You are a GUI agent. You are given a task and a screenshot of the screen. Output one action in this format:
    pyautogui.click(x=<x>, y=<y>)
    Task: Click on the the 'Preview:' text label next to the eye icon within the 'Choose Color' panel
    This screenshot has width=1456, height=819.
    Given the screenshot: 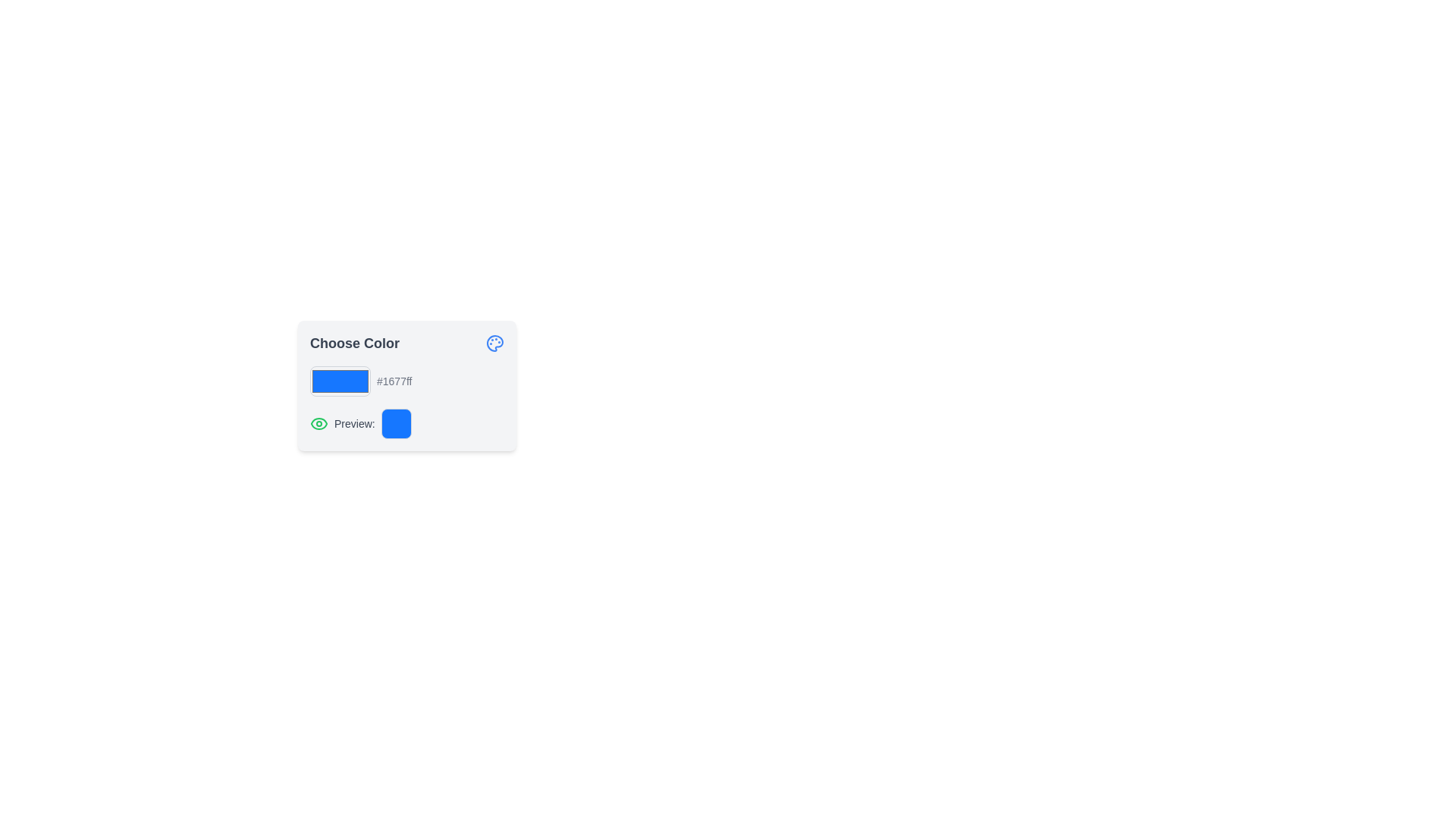 What is the action you would take?
    pyautogui.click(x=407, y=424)
    